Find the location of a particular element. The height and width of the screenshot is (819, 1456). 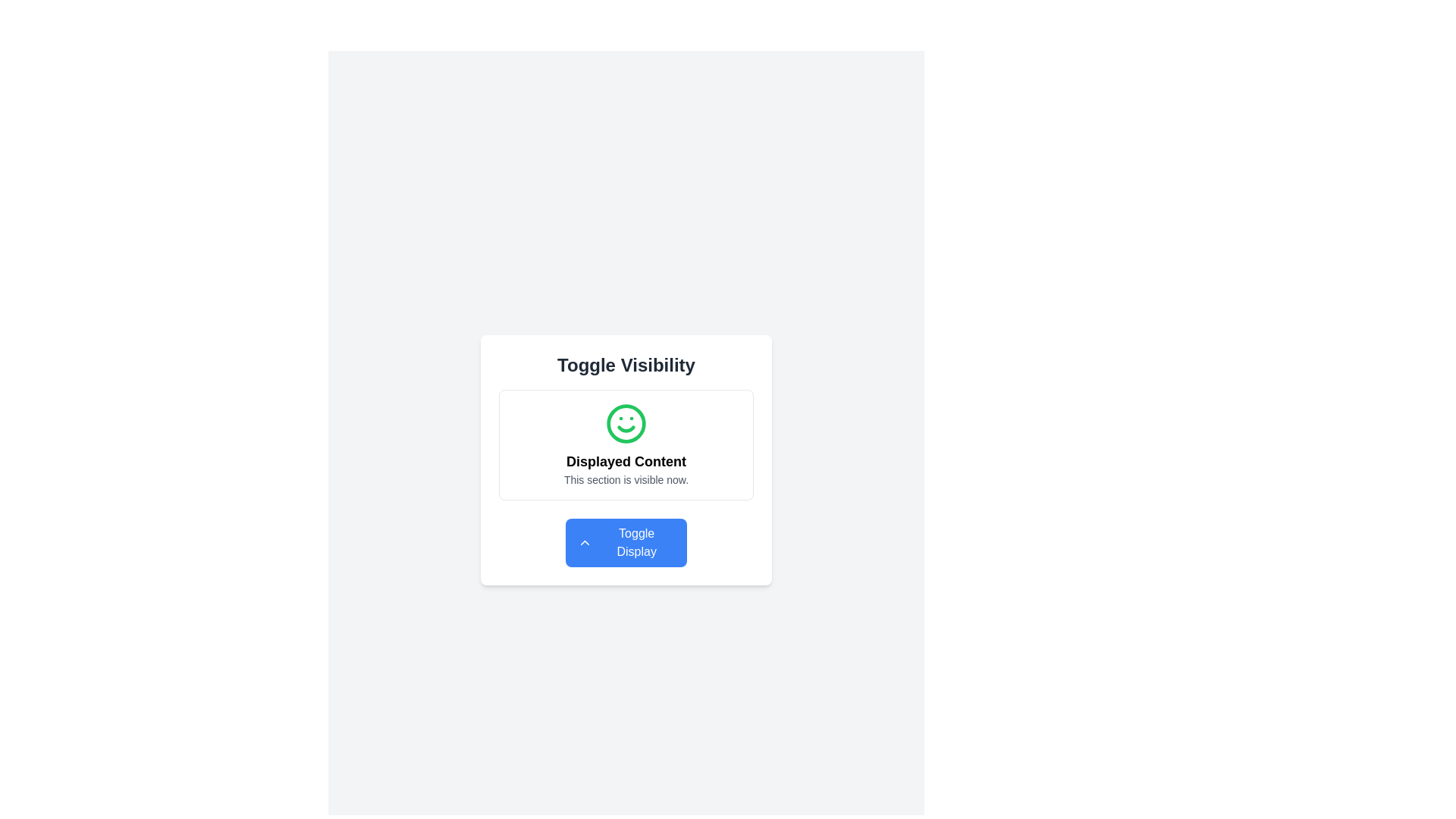

the green circular outline icon with a smiley face, which is located at the center of the interface is located at coordinates (626, 424).